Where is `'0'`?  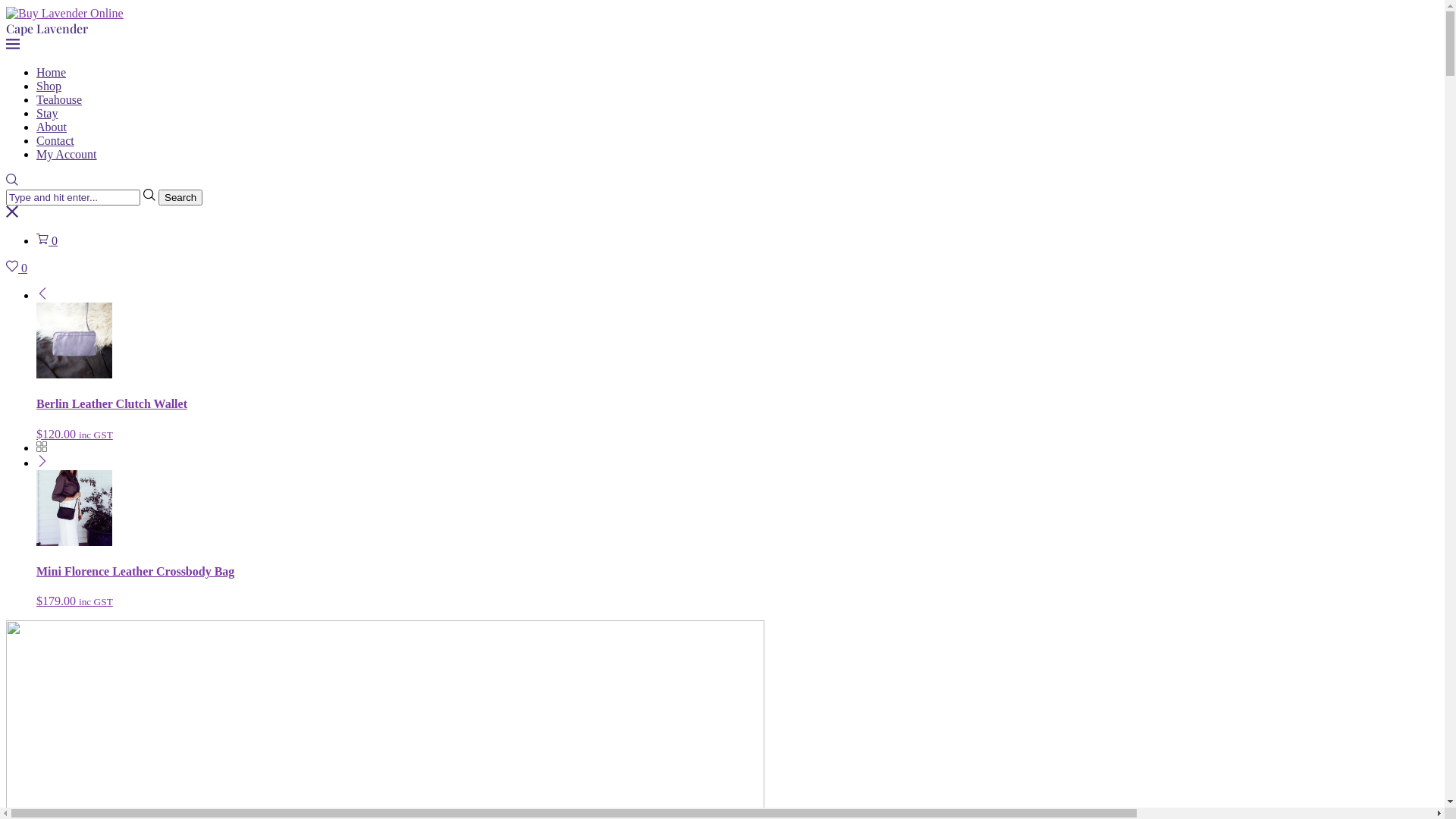
'0' is located at coordinates (17, 267).